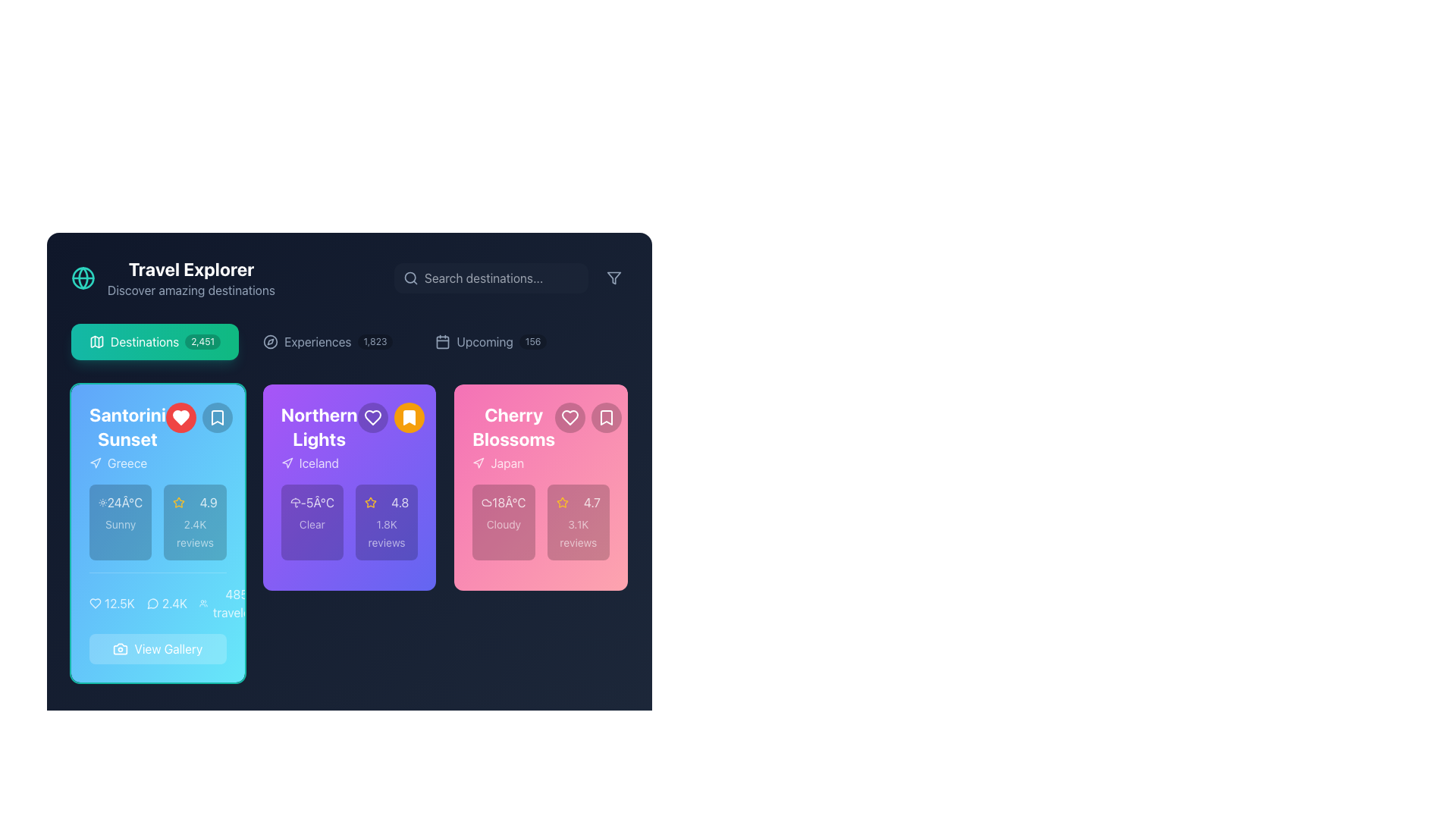 The image size is (1456, 819). What do you see at coordinates (152, 603) in the screenshot?
I see `the comment icon located at the bottom of the blue card titled 'Santorini Sunset' in the first column, next to the numeric text displaying '2.4K'` at bounding box center [152, 603].